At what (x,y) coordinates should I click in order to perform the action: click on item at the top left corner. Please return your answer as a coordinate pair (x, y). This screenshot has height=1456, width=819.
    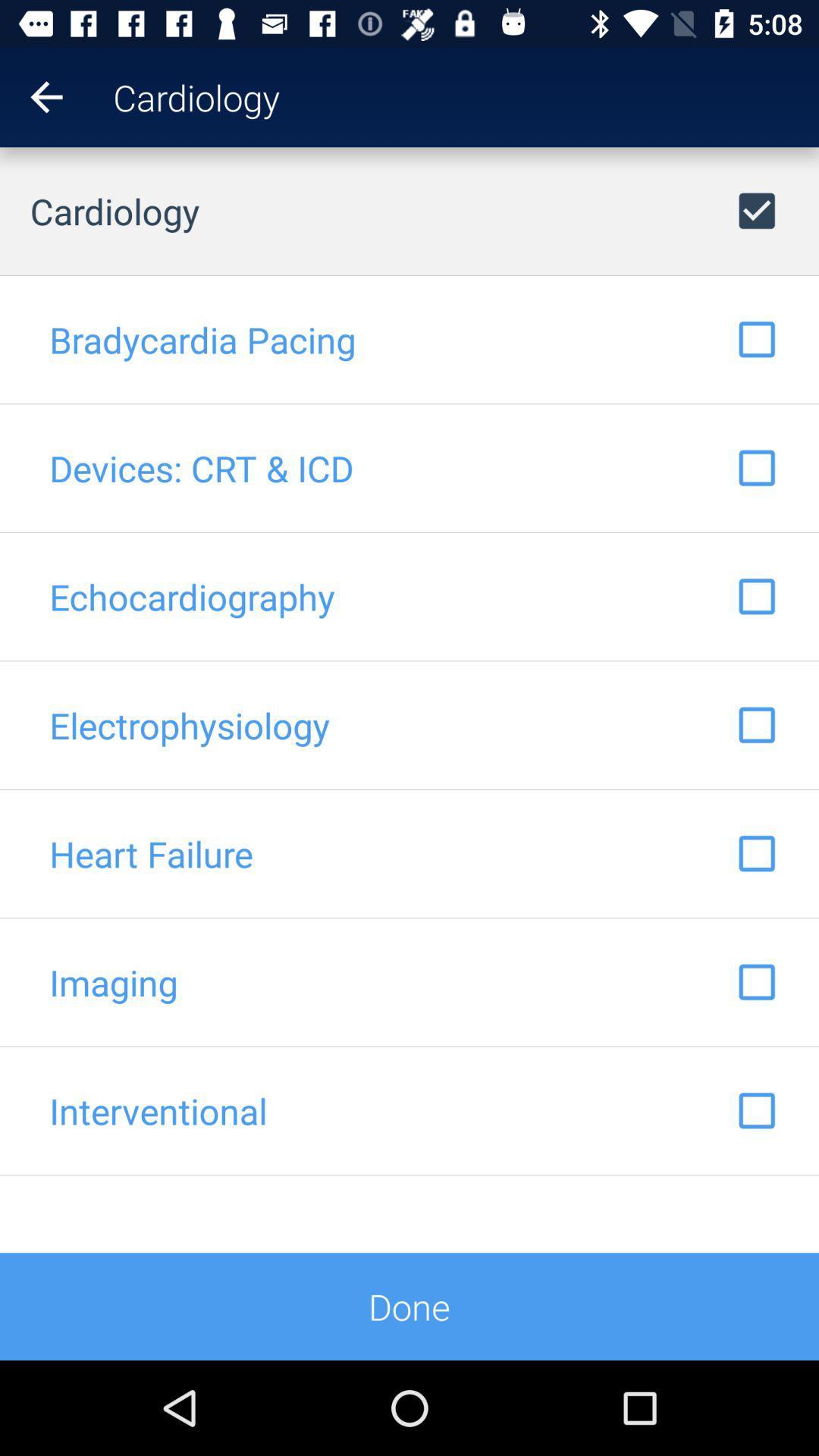
    Looking at the image, I should click on (31, 96).